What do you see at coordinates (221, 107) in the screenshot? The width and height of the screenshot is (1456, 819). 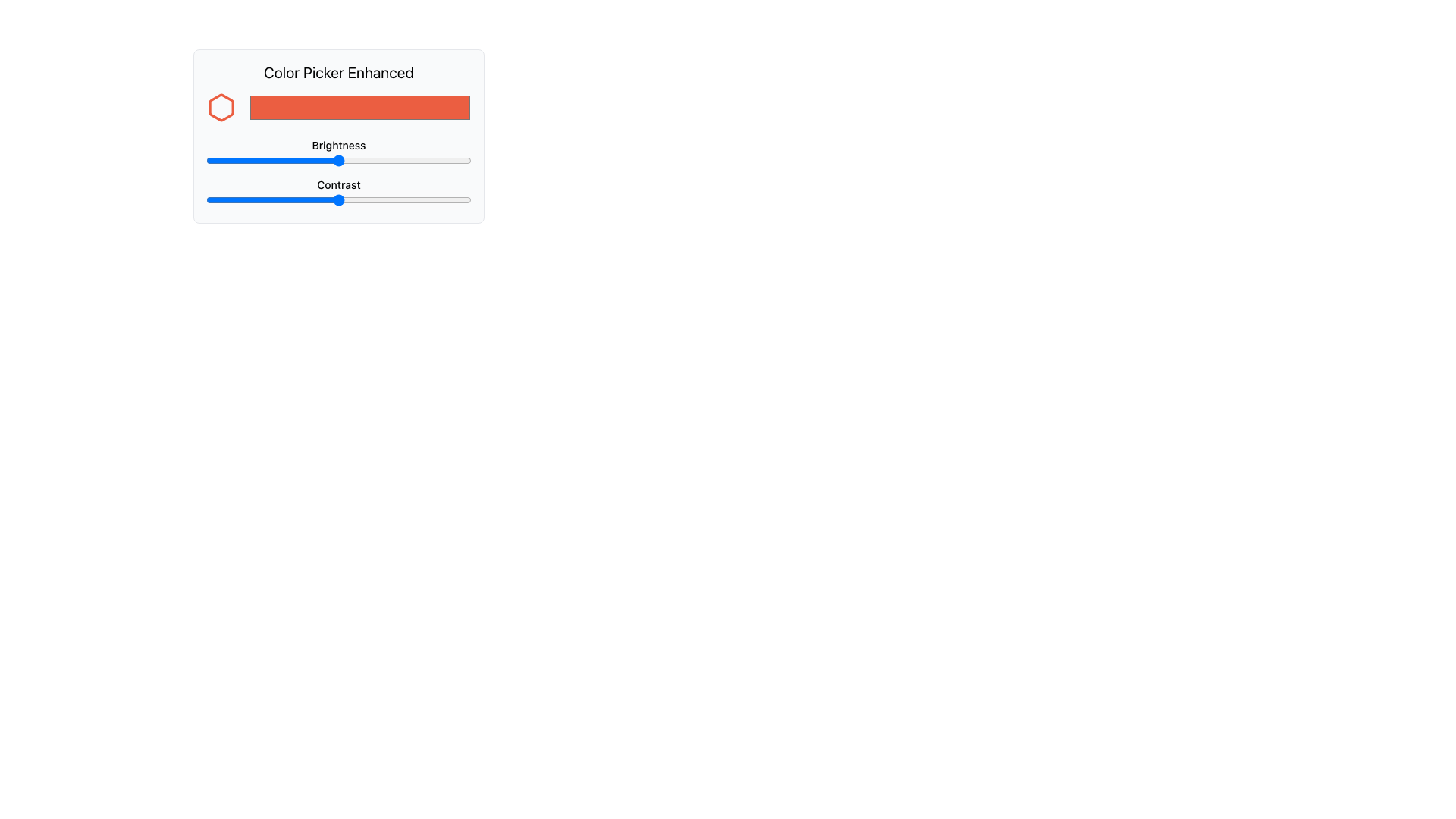 I see `the SVG icon representing the Color Picker Enhanced tool, located in the top-left corner of the card beside the title` at bounding box center [221, 107].